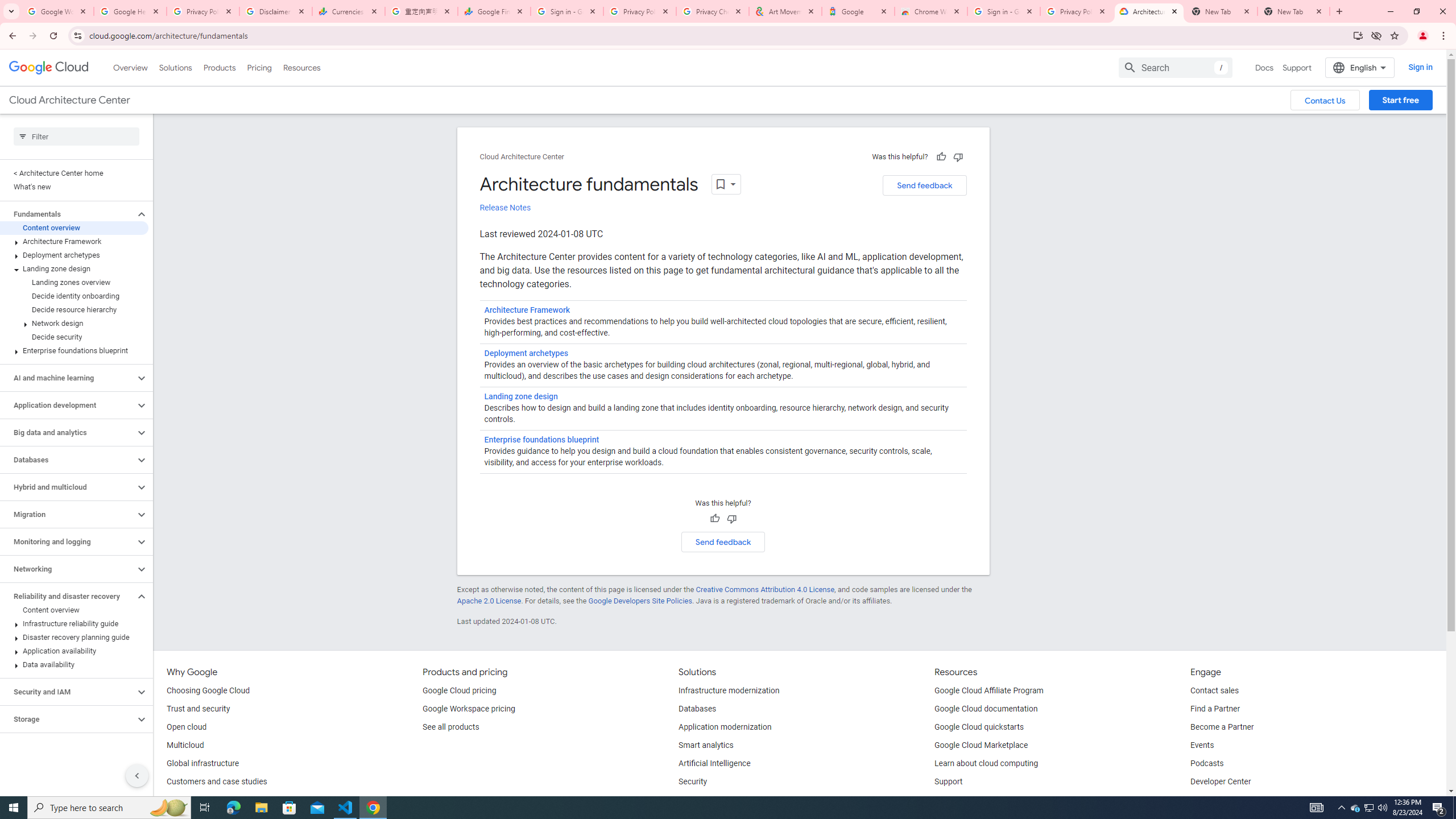  What do you see at coordinates (67, 405) in the screenshot?
I see `'Application development'` at bounding box center [67, 405].